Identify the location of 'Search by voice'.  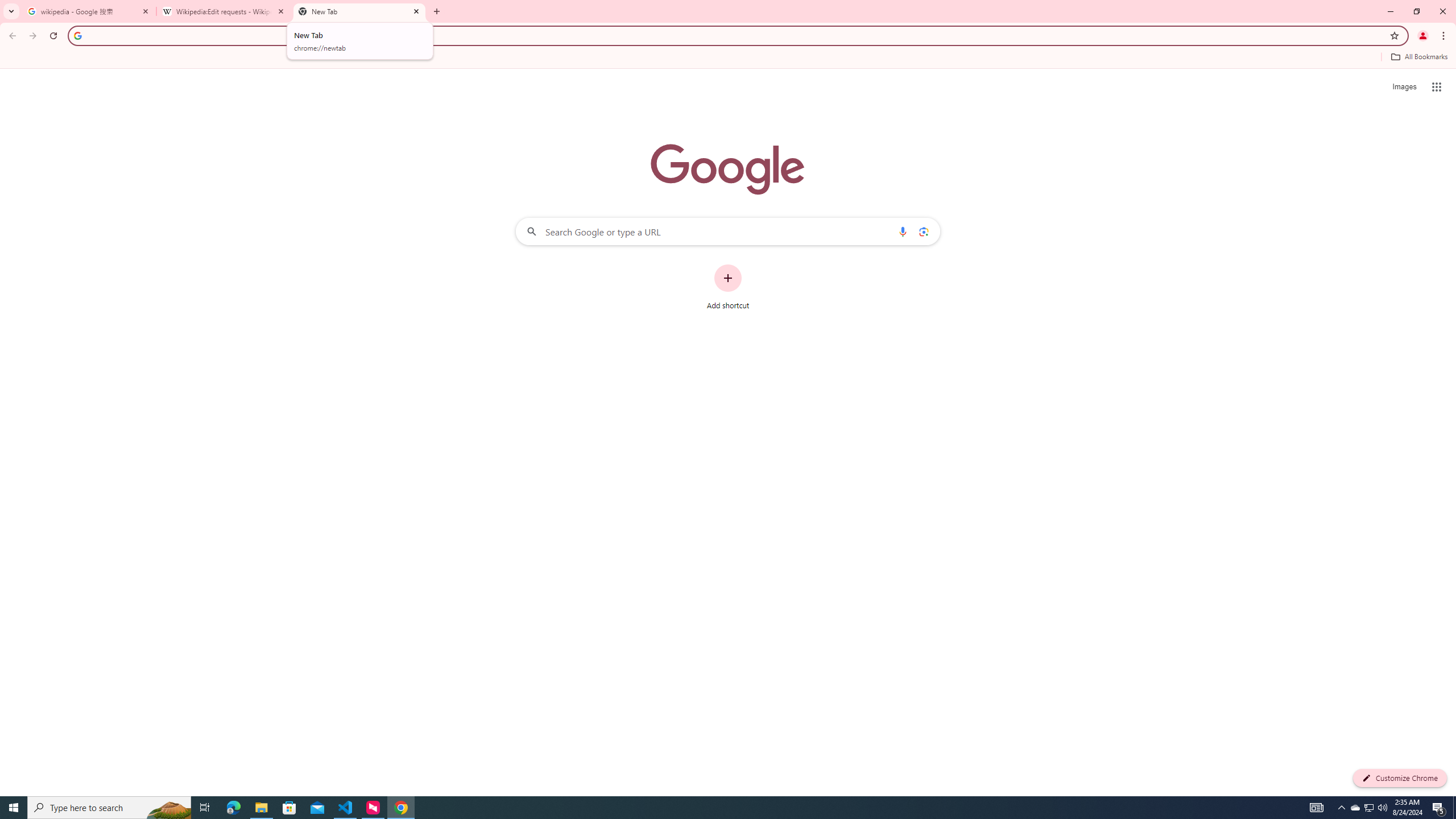
(902, 230).